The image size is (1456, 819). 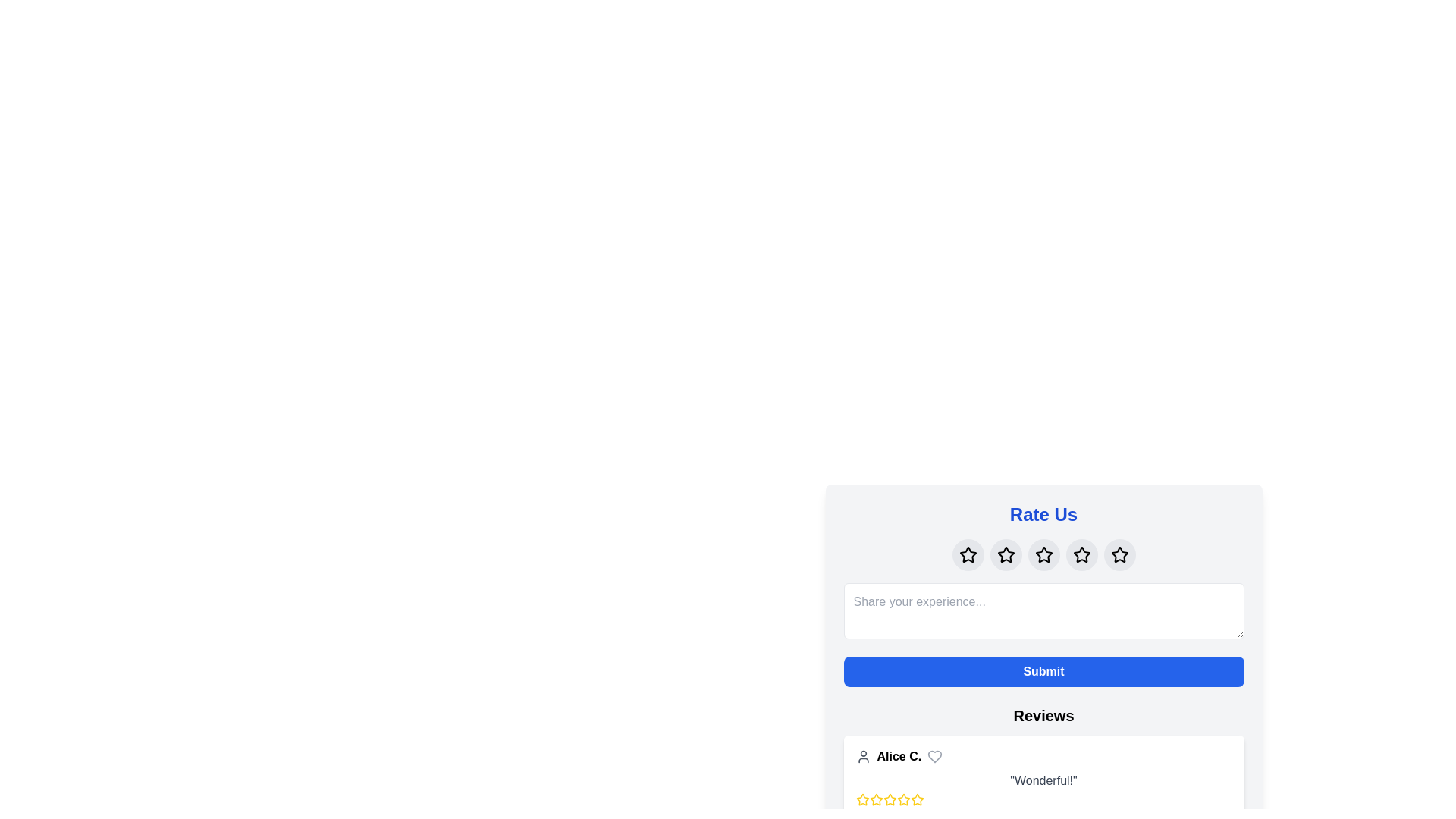 What do you see at coordinates (1081, 555) in the screenshot?
I see `the fifth star-shaped icon in the rating section` at bounding box center [1081, 555].